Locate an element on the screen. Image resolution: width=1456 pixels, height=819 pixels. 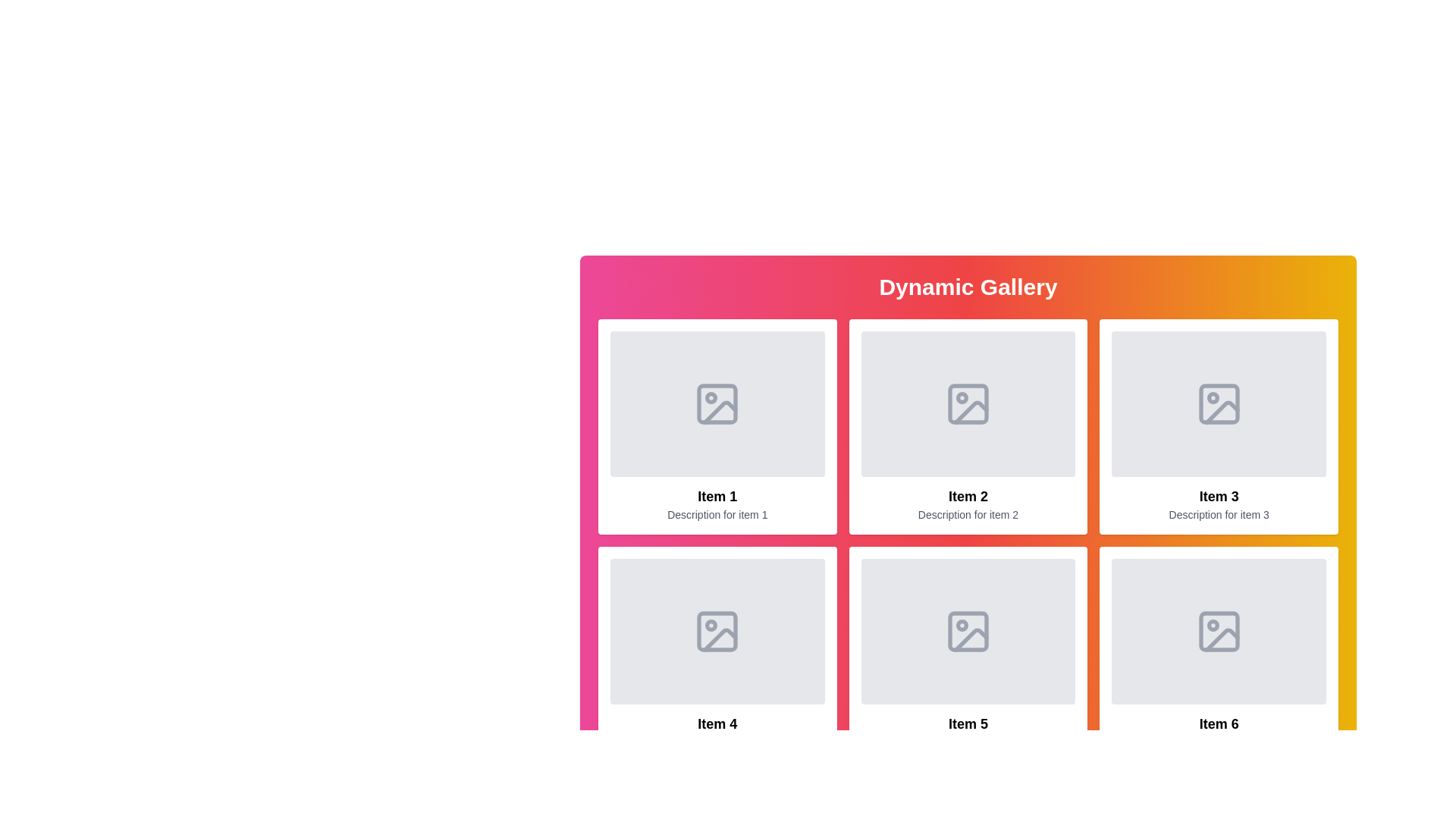
the 'Item 6' text element to trigger any associated tooltips is located at coordinates (1219, 723).